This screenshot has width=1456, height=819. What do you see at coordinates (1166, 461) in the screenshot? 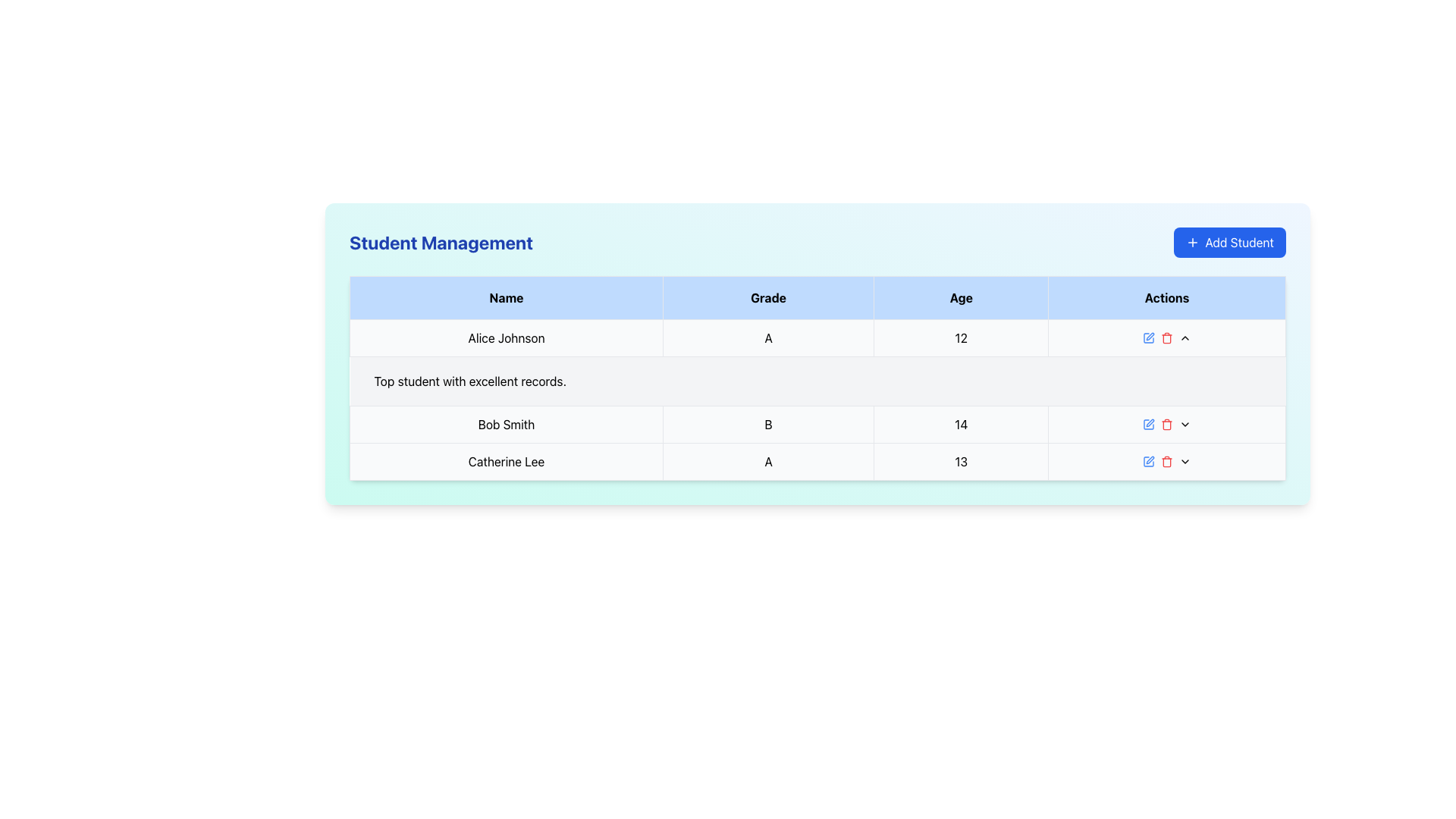
I see `the dropdown arrow in the Action Menu for the student 'Catherine Lee', which is represented by a black icon in the Actions column of the table` at bounding box center [1166, 461].